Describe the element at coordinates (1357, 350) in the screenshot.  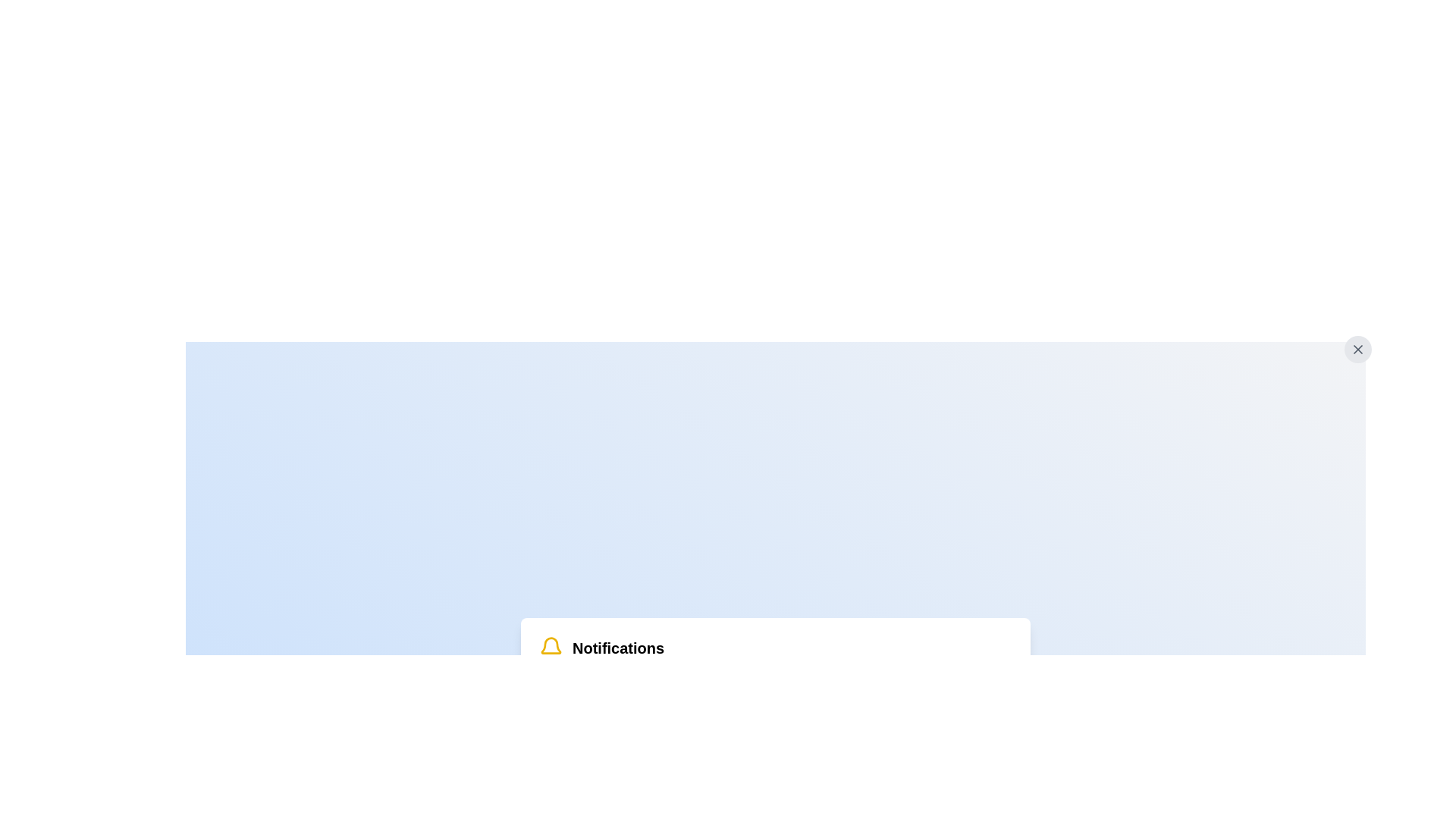
I see `the close button located at the top-right corner of the notification box` at that location.